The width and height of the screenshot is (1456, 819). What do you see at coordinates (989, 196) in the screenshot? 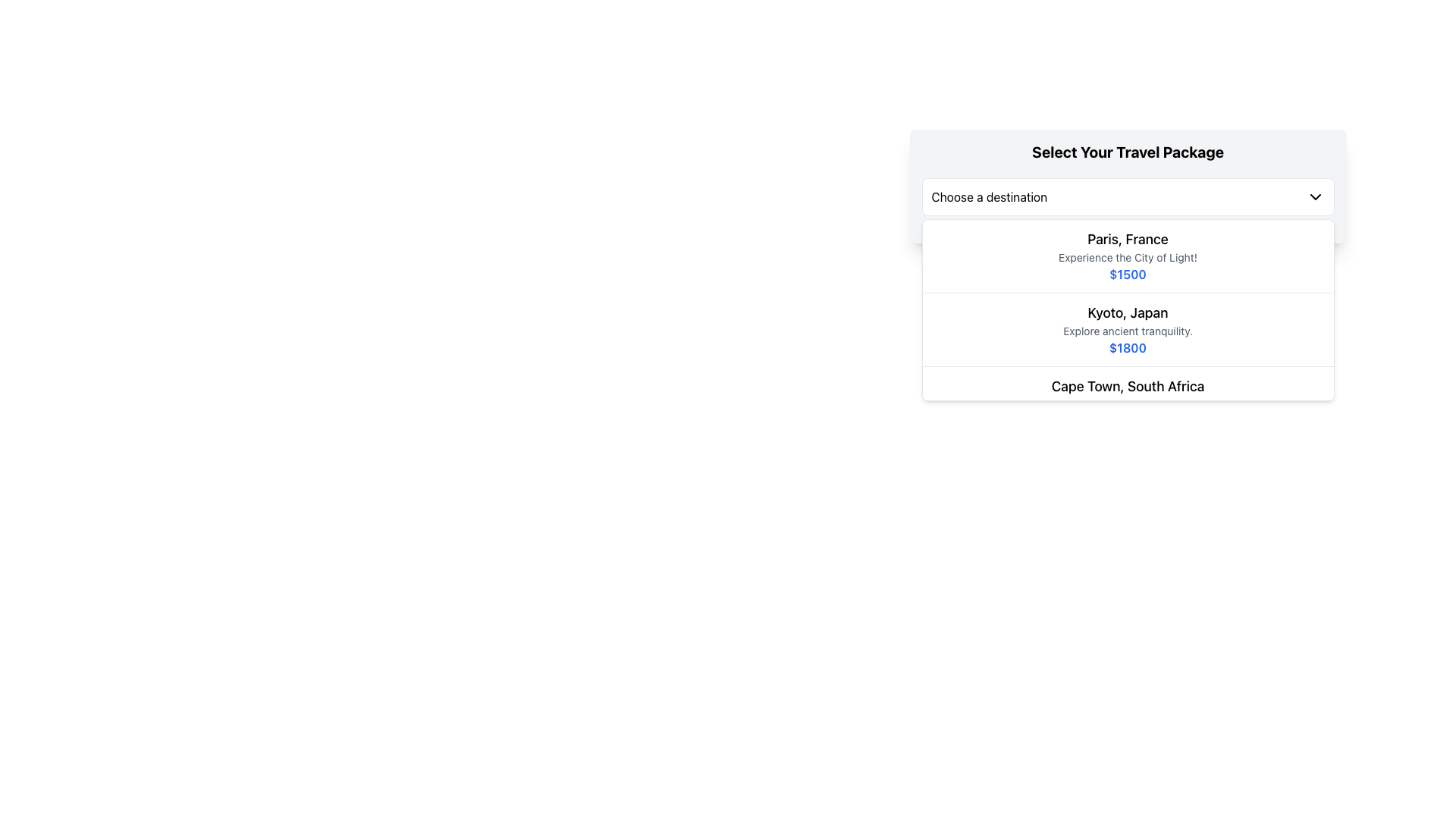
I see `text label that prompts users to select a destination in the 'Select Your Travel Package' dropdown menu, located in the rectangular white box` at bounding box center [989, 196].